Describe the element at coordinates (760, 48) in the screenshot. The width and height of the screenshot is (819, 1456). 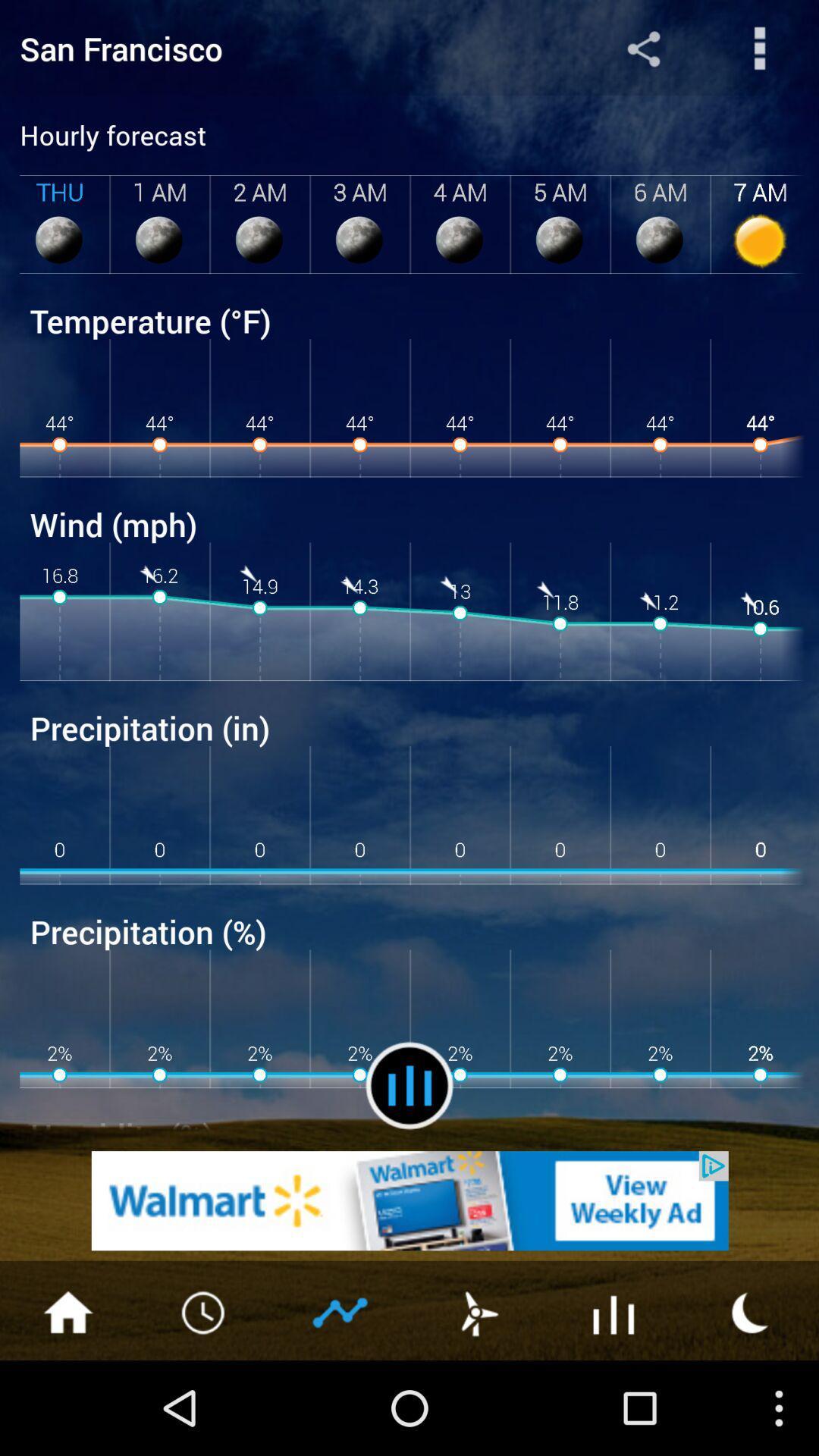
I see `open menu` at that location.